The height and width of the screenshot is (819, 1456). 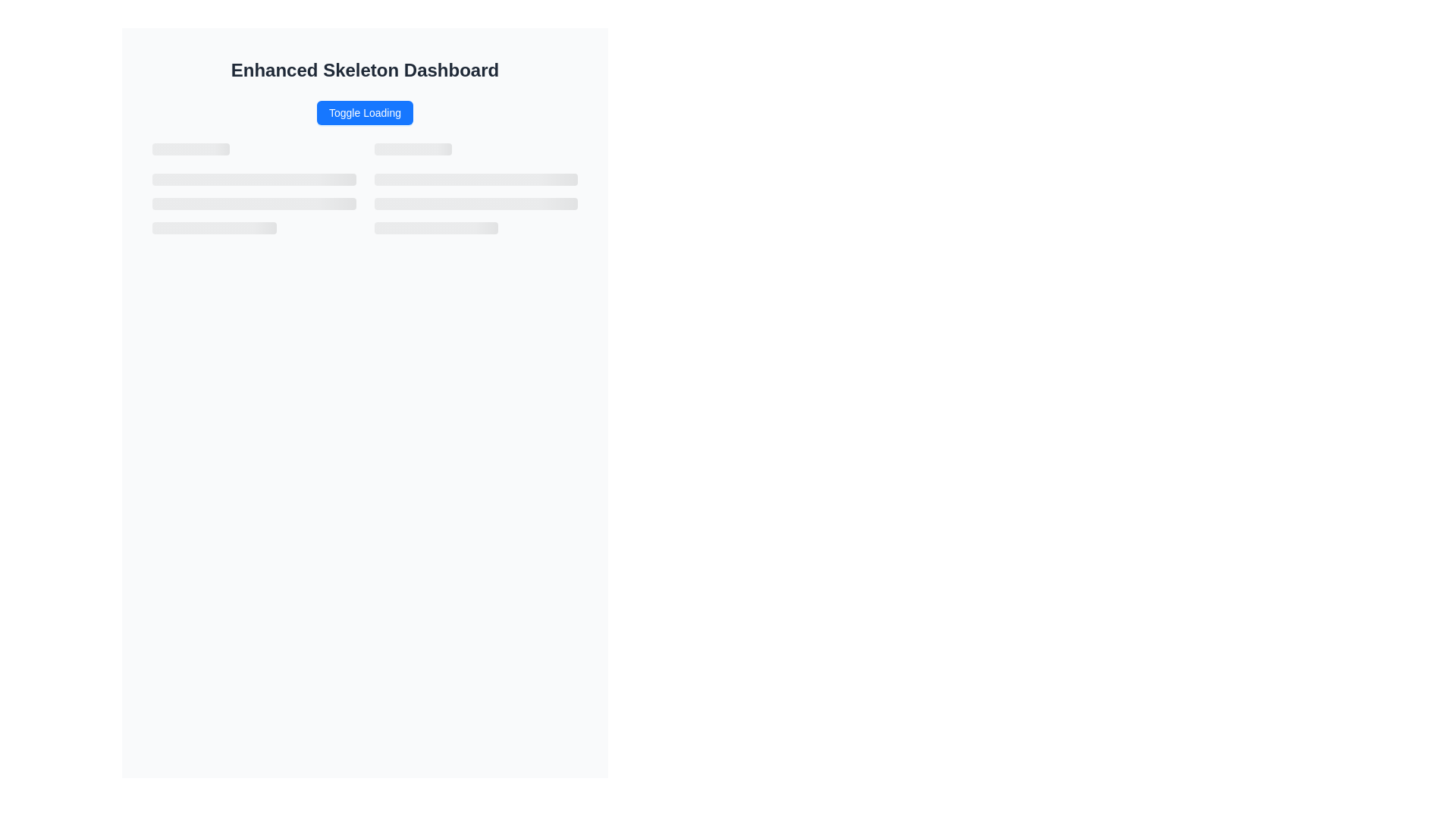 What do you see at coordinates (365, 112) in the screenshot?
I see `the 'Toggle Loading' button, which is visually centered beneath the title 'Enhanced Skeleton Dashboard' and has a bright blue background with bold white text` at bounding box center [365, 112].